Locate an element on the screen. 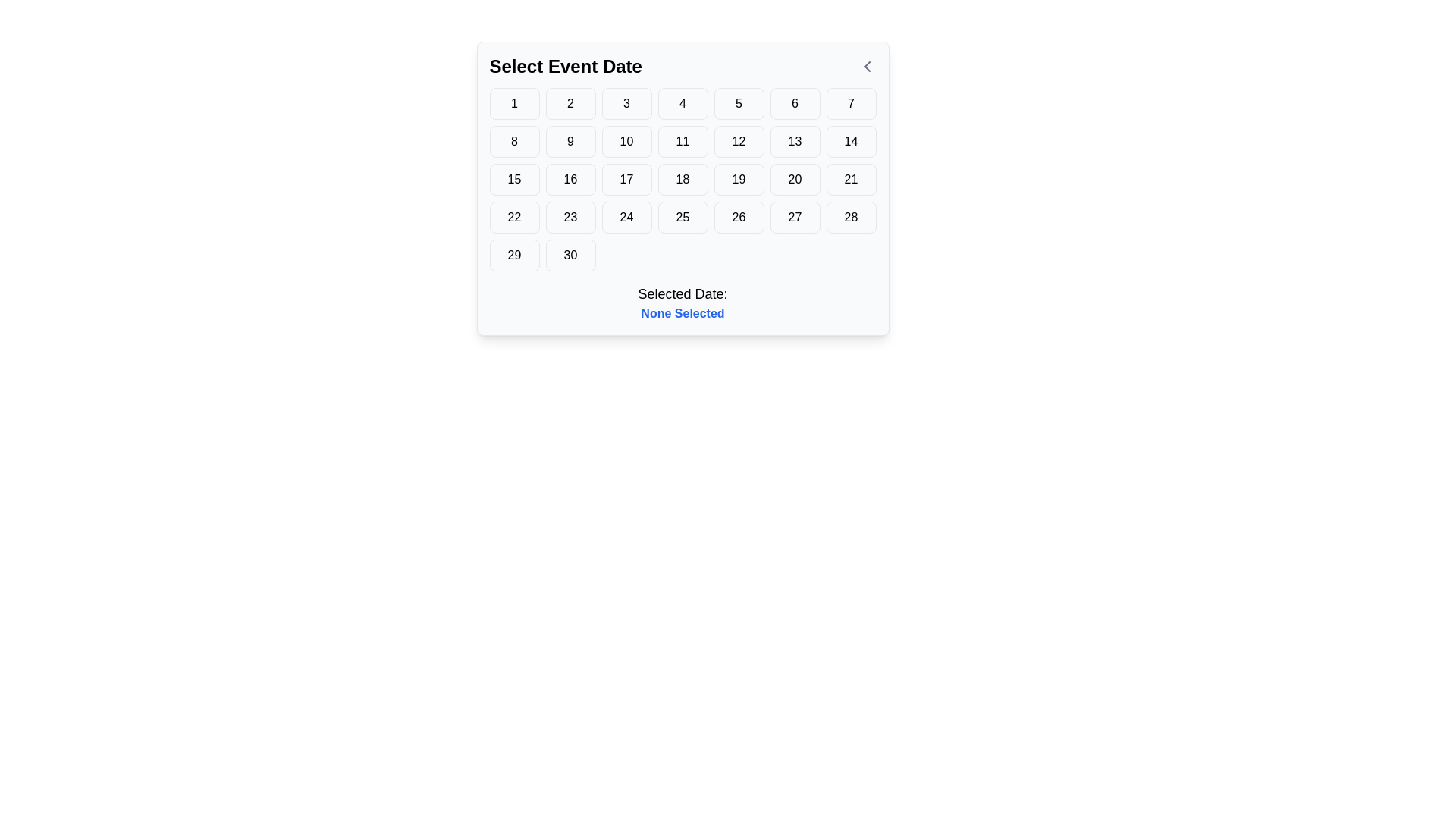  the Calendar Date Selector is located at coordinates (682, 188).